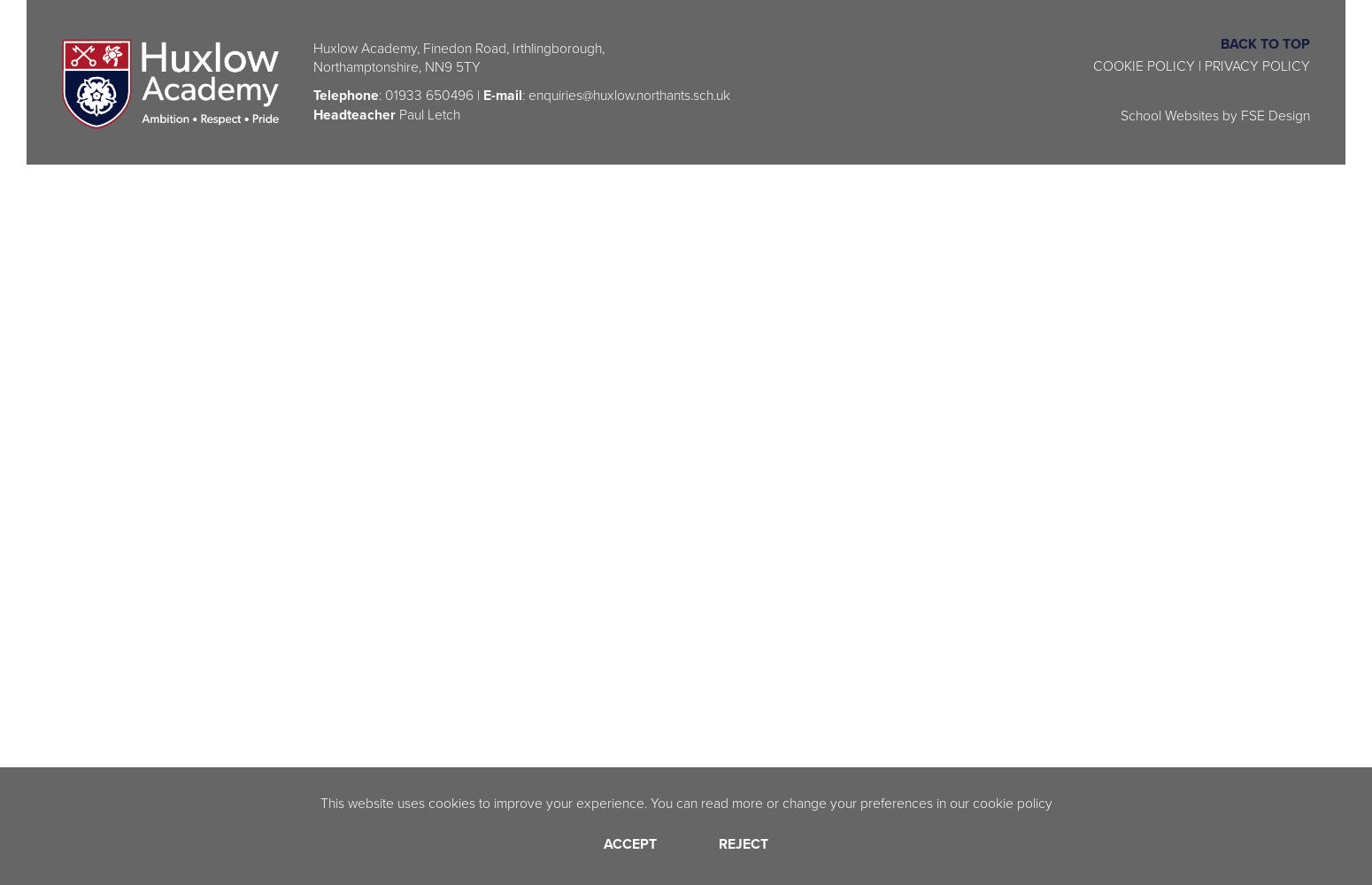 This screenshot has height=885, width=1372. Describe the element at coordinates (501, 94) in the screenshot. I see `'E-mail'` at that location.